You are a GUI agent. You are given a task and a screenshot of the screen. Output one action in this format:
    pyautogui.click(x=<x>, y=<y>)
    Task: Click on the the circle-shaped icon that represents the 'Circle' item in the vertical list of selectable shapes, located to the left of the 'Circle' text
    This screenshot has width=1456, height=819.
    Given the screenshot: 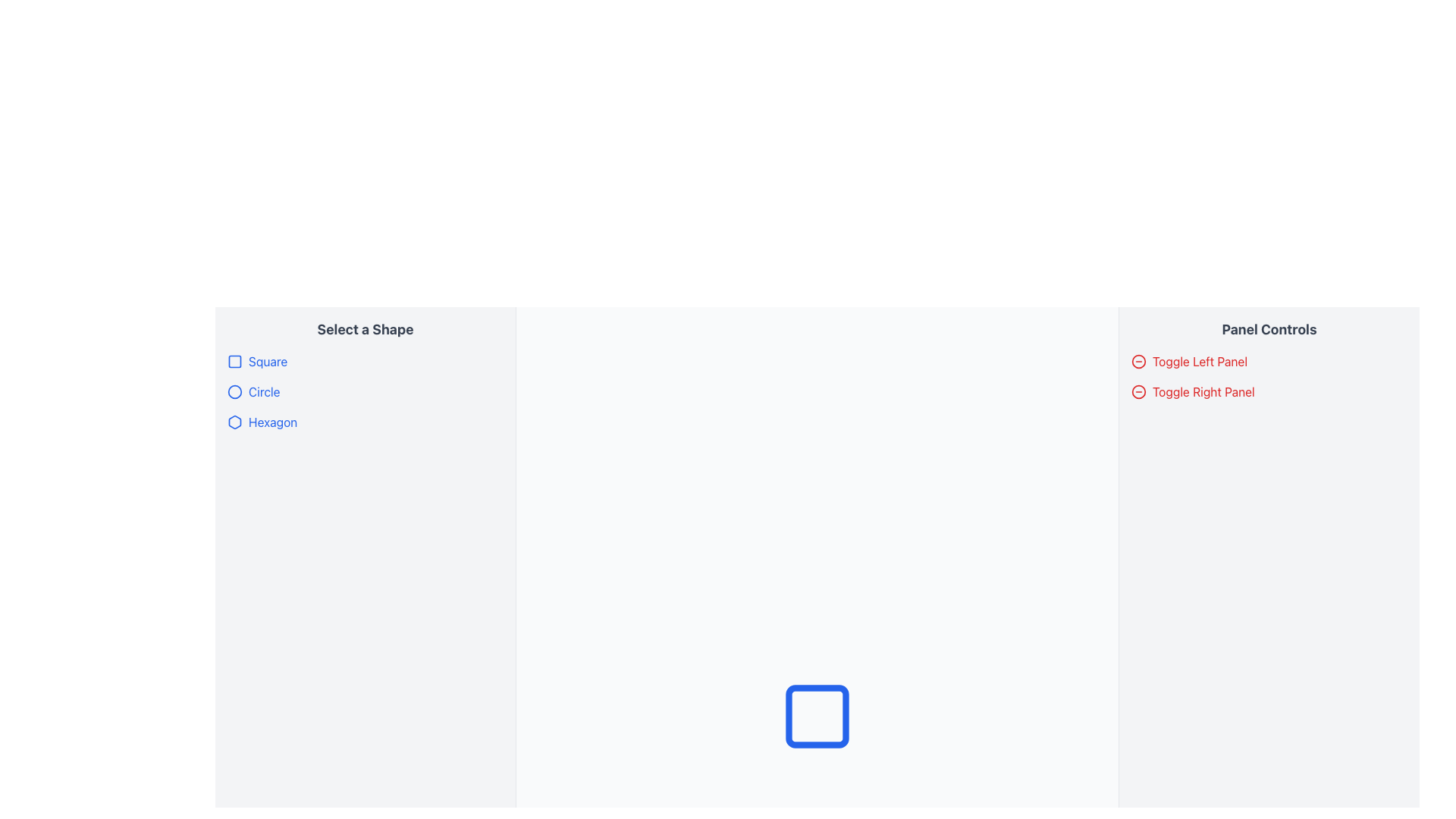 What is the action you would take?
    pyautogui.click(x=234, y=391)
    